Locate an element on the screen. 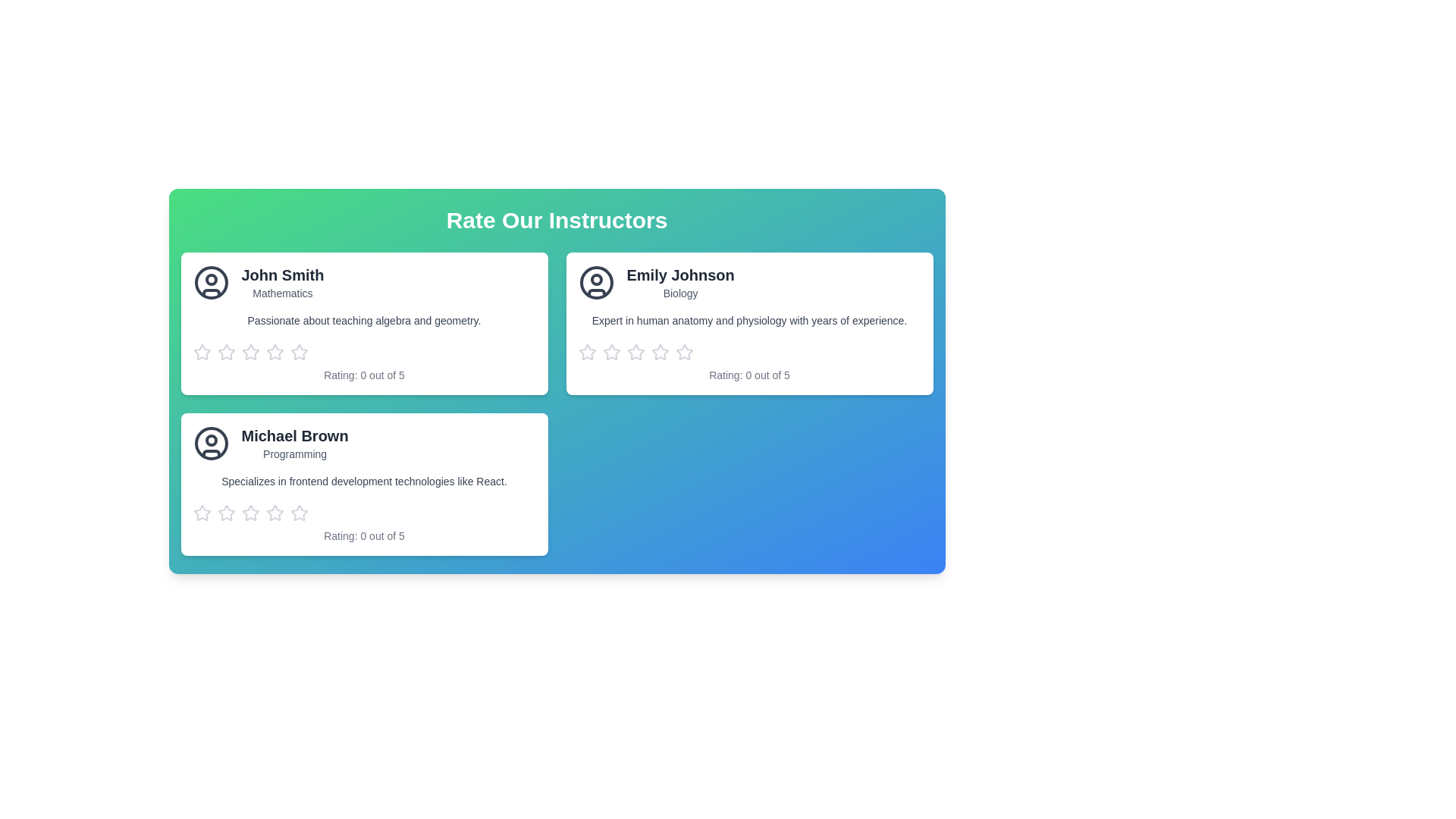 This screenshot has width=1456, height=819. the third star icon in the horizontal row of five stars is located at coordinates (275, 352).